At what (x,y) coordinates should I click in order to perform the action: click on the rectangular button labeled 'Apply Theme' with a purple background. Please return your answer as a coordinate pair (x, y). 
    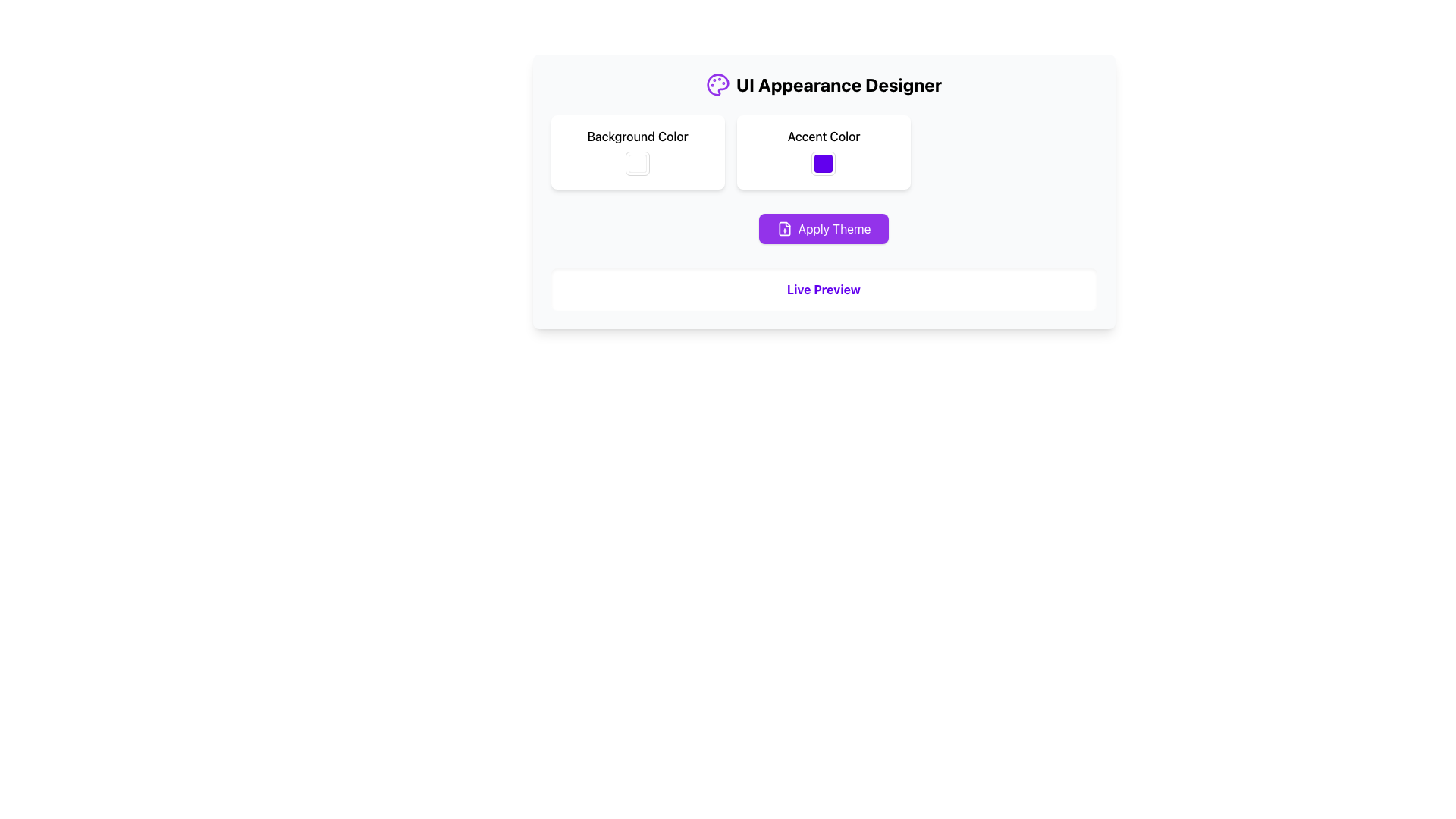
    Looking at the image, I should click on (823, 228).